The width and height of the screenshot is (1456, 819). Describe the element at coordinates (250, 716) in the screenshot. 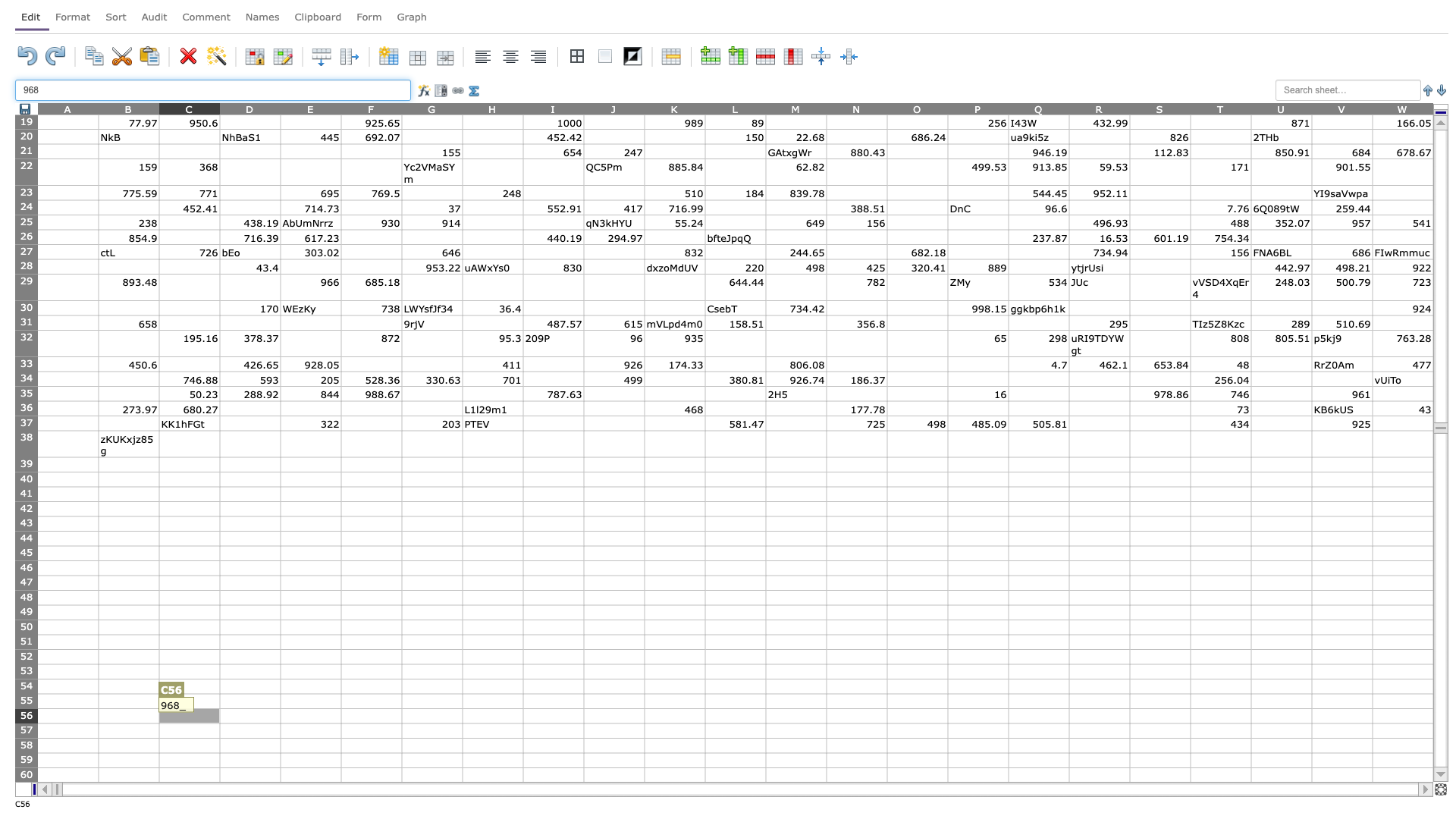

I see `D56` at that location.